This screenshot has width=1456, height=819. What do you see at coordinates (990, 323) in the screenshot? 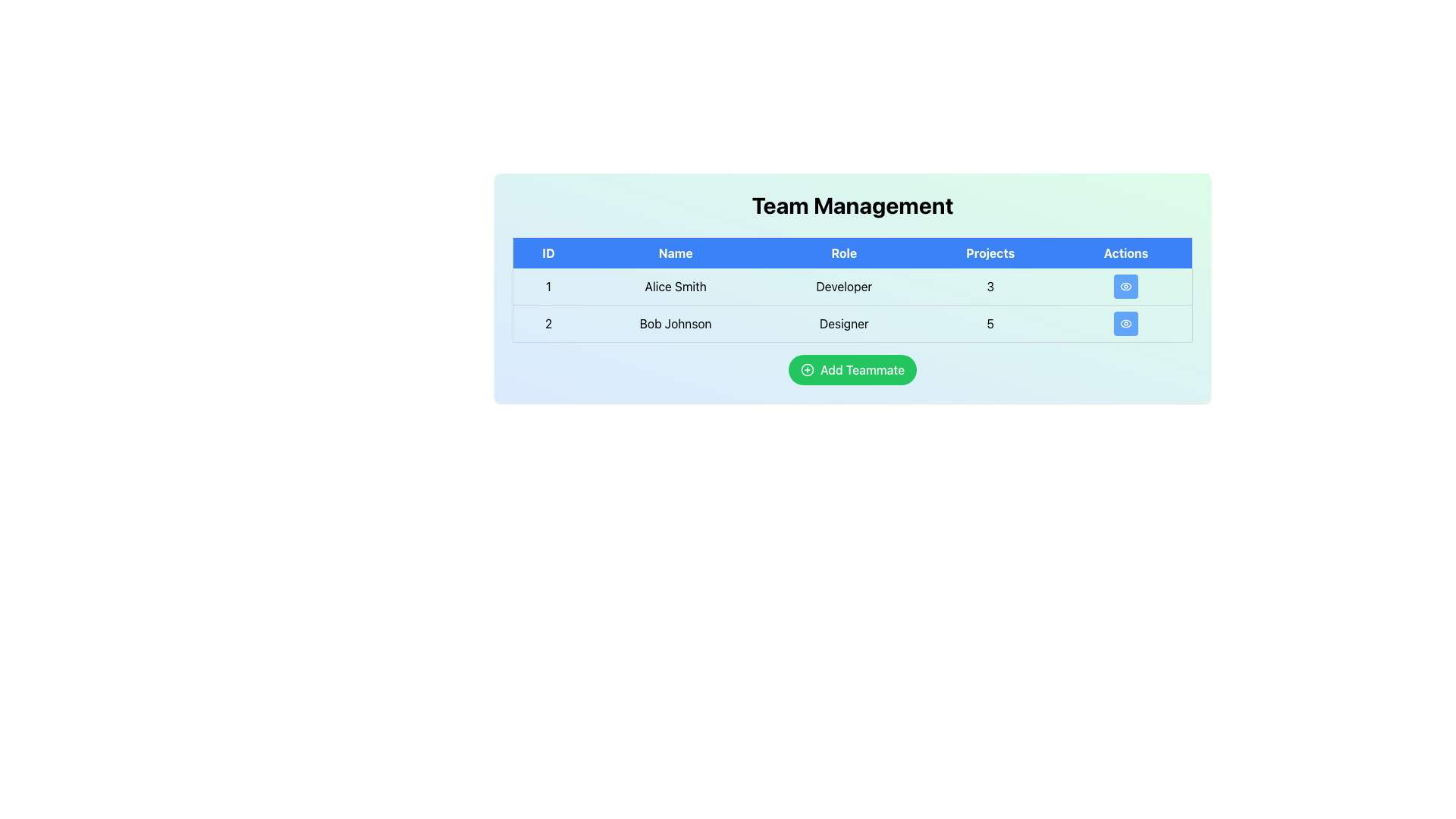
I see `the centered number '5' displayed in bold text under the Projects column in the second row of the table, adjacent` at bounding box center [990, 323].